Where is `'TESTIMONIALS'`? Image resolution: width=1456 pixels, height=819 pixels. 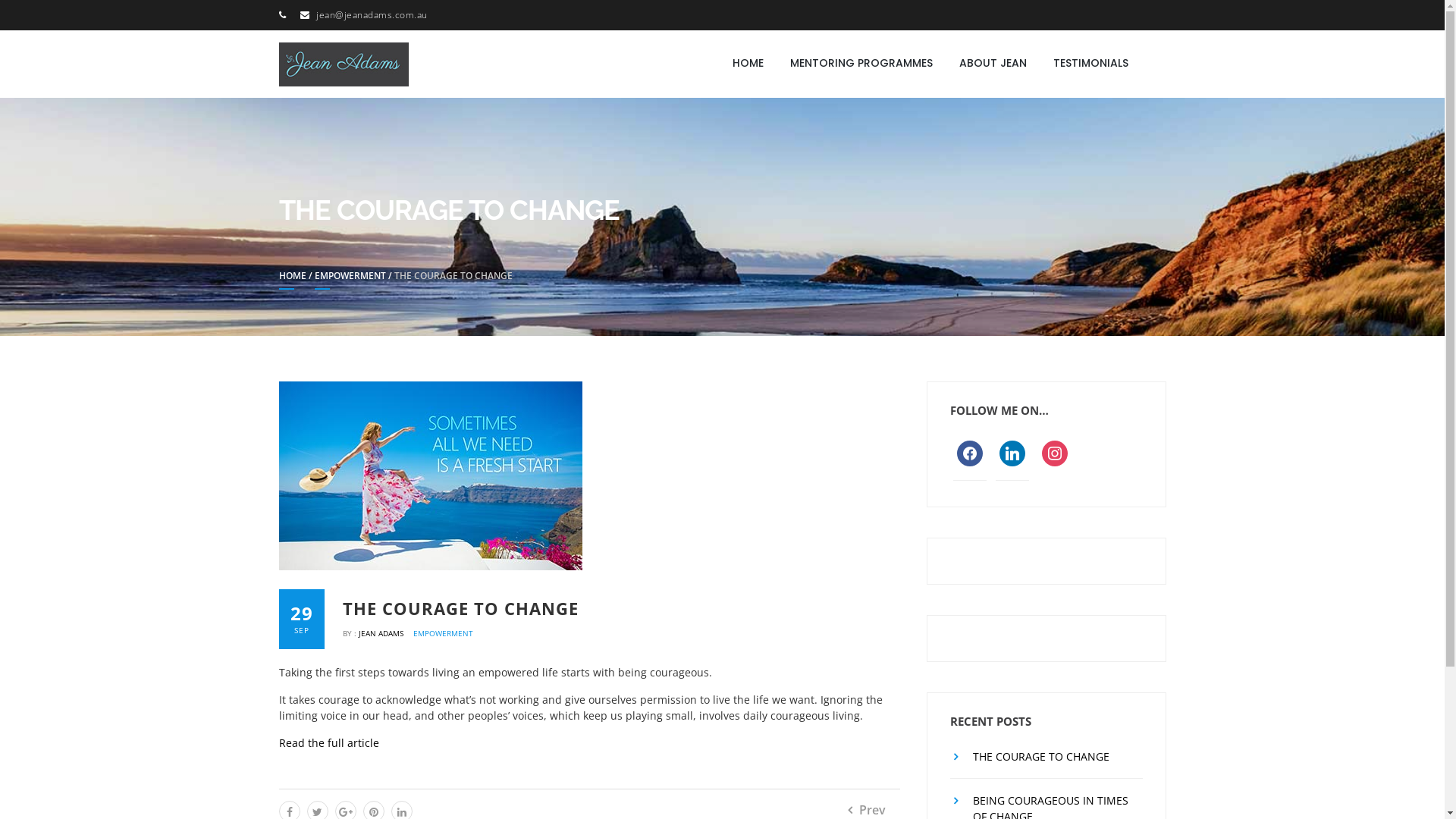 'TESTIMONIALS' is located at coordinates (1090, 62).